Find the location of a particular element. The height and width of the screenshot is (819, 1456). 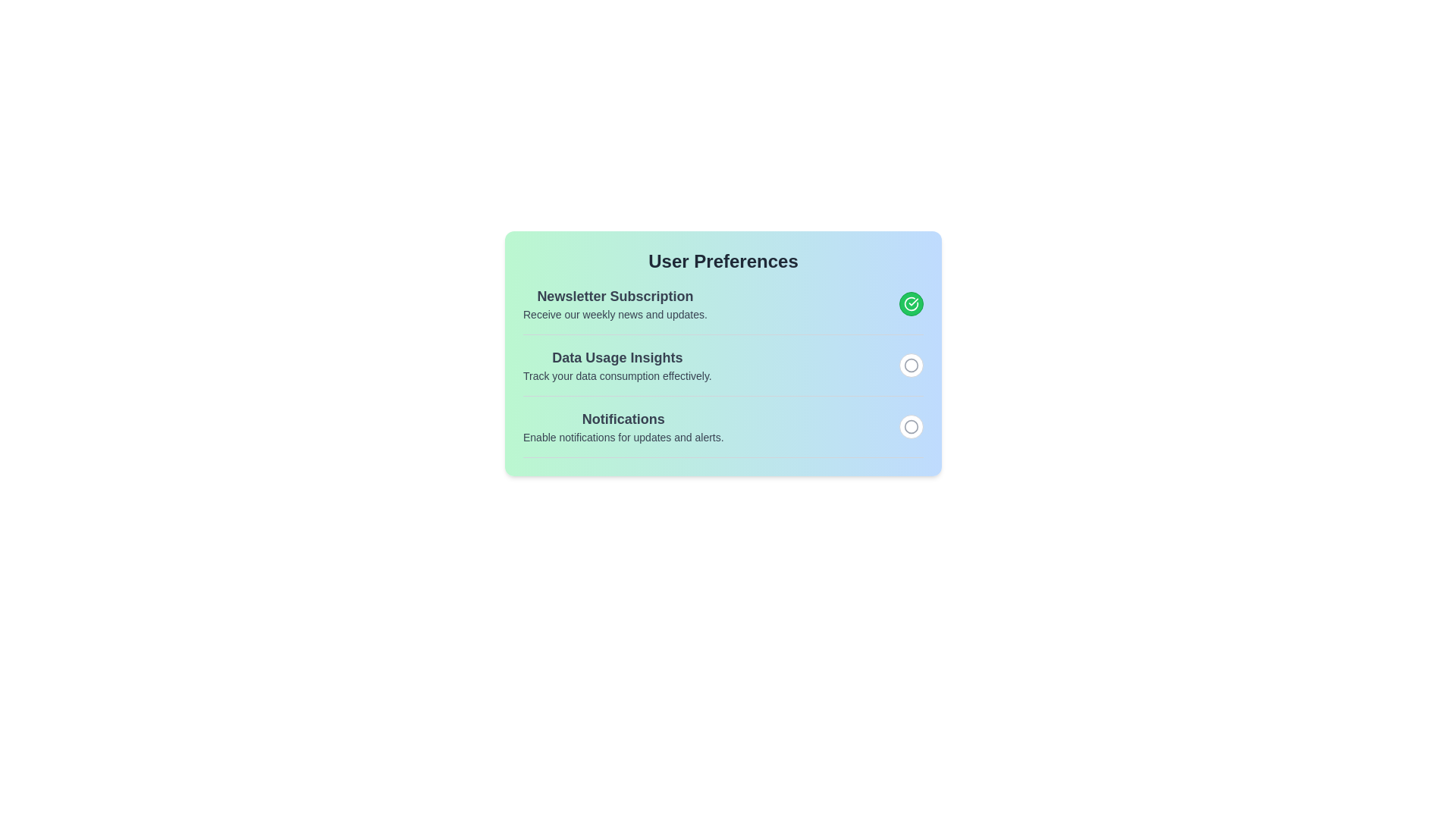

the text label reading 'Newsletter Subscription', which is styled in bold and larger font within a light green and blue gradient area, located in the upper left section of the 'User Preferences' card is located at coordinates (615, 296).